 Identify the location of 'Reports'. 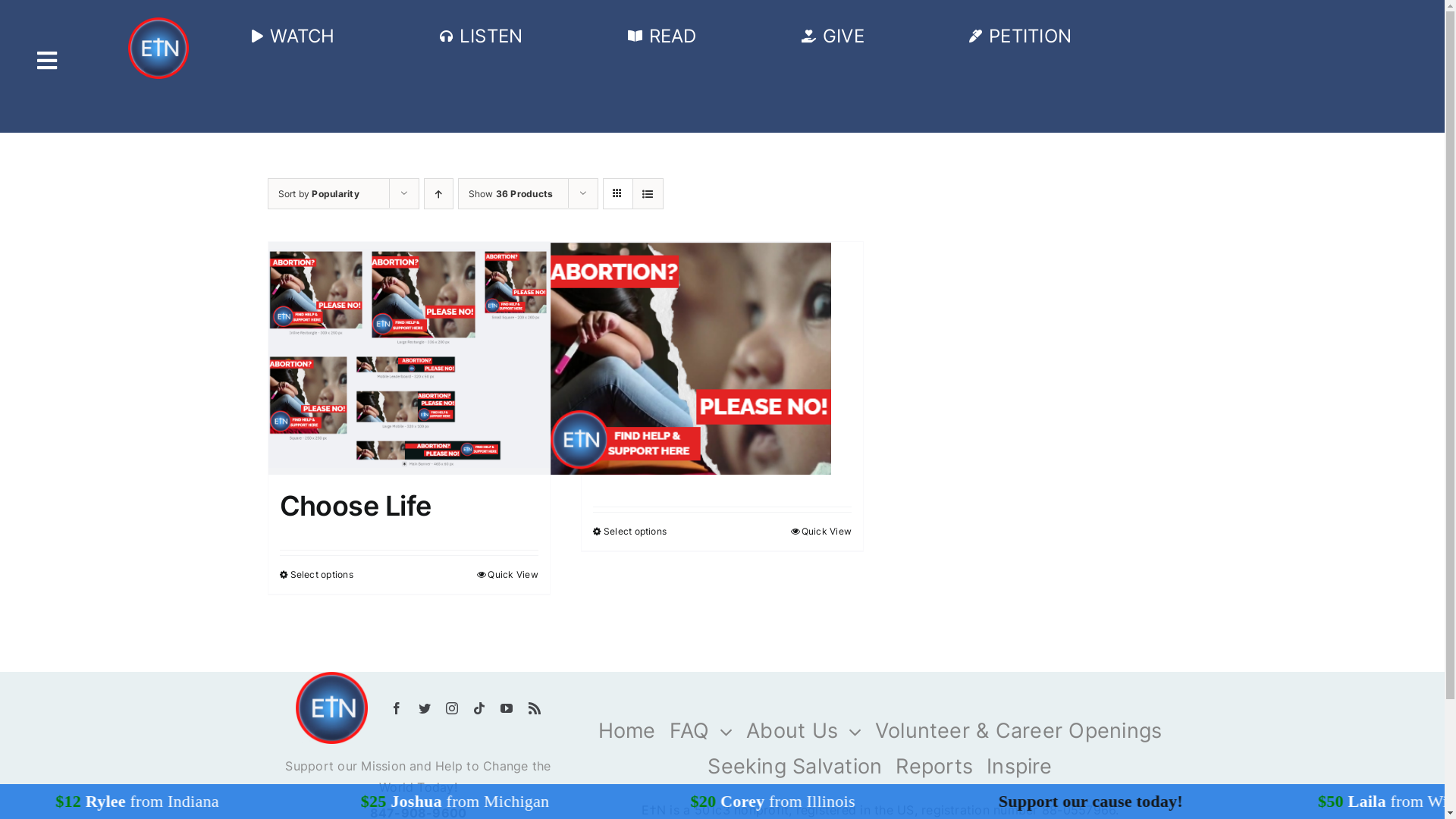
(888, 766).